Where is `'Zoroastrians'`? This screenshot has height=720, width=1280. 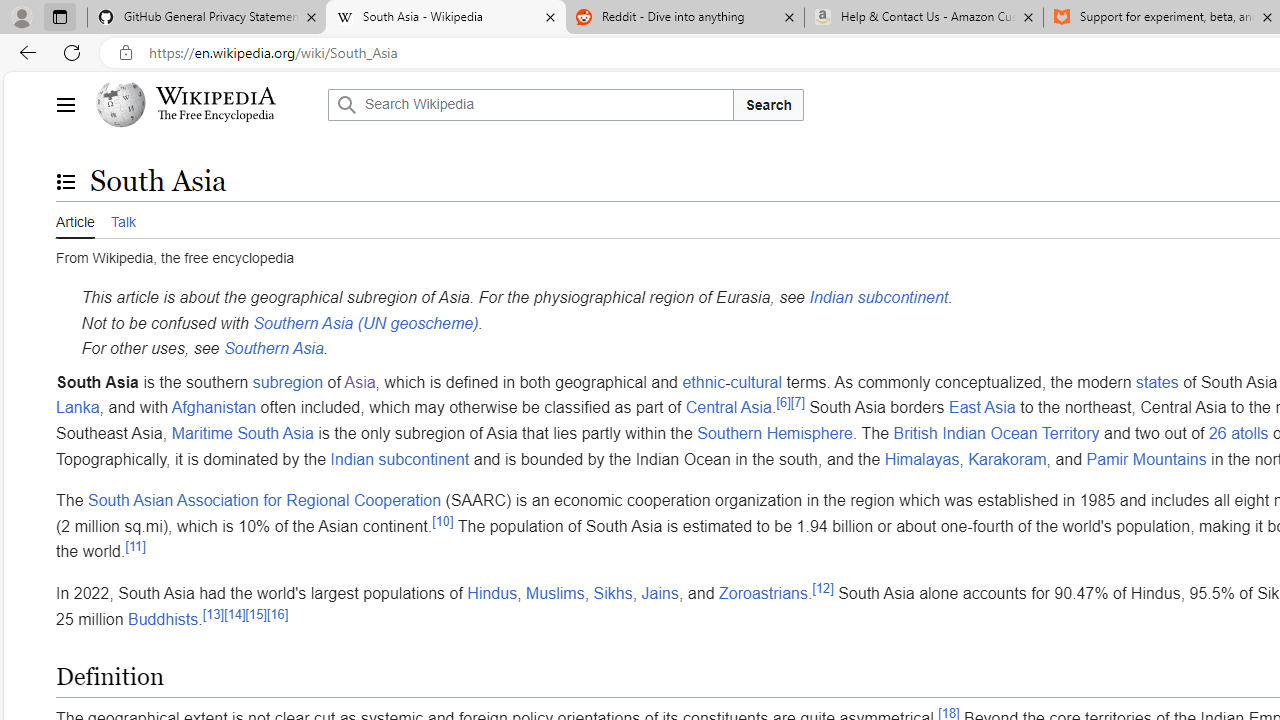
'Zoroastrians' is located at coordinates (762, 591).